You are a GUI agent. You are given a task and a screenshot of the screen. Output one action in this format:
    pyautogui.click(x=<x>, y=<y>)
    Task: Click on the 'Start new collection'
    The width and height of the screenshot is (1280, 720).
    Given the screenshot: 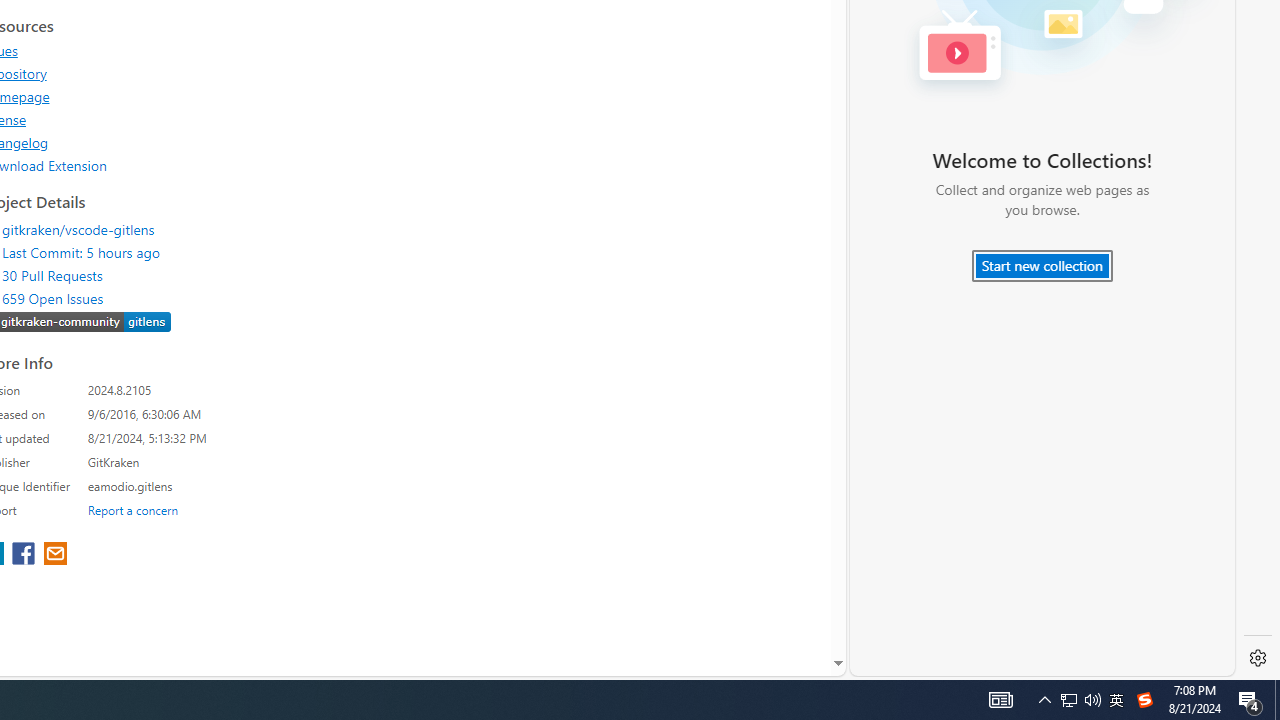 What is the action you would take?
    pyautogui.click(x=1041, y=264)
    